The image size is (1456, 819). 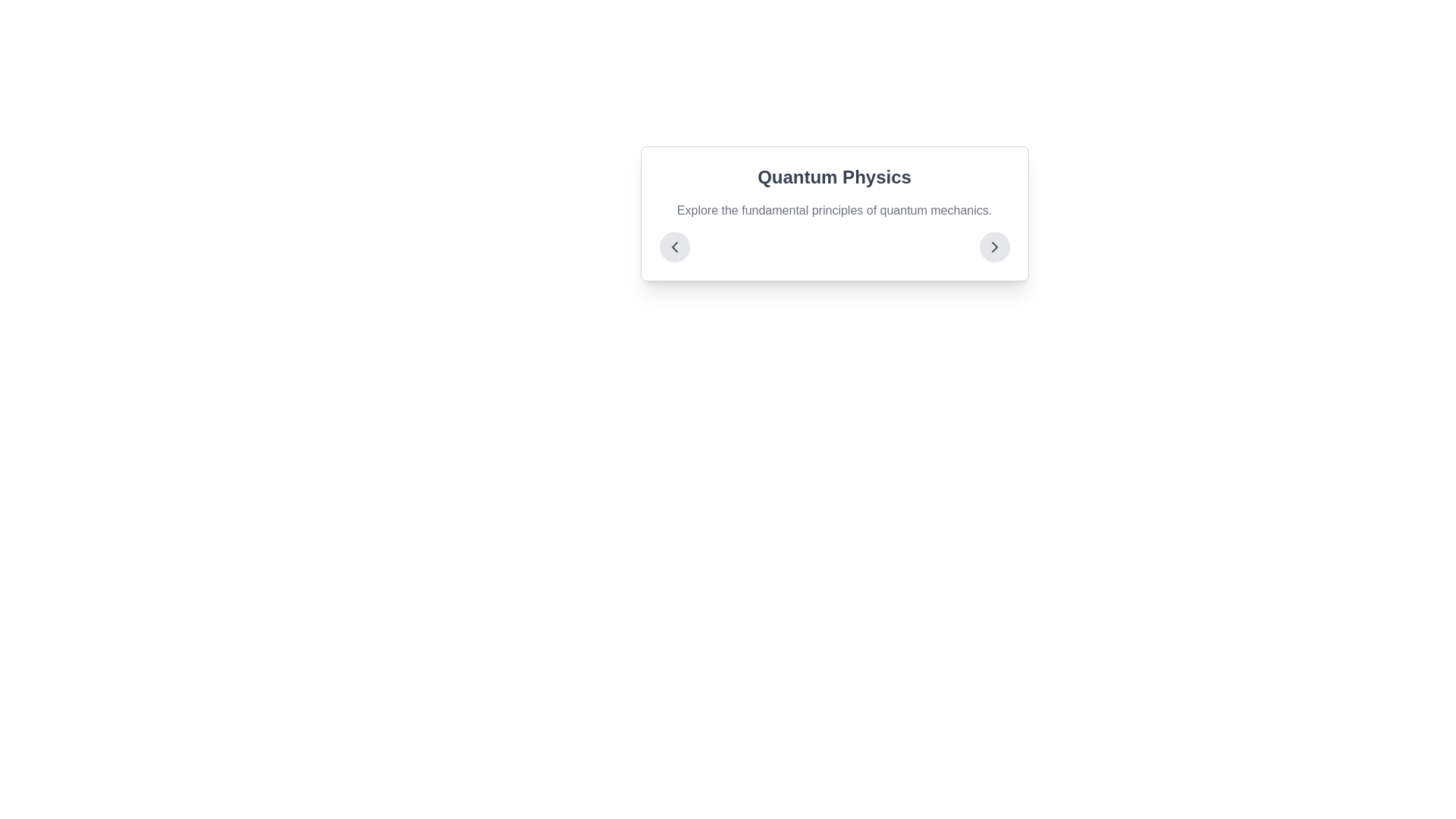 I want to click on the circular button with a light gray background and a dark gray left-pointing chevron icon, so click(x=673, y=246).